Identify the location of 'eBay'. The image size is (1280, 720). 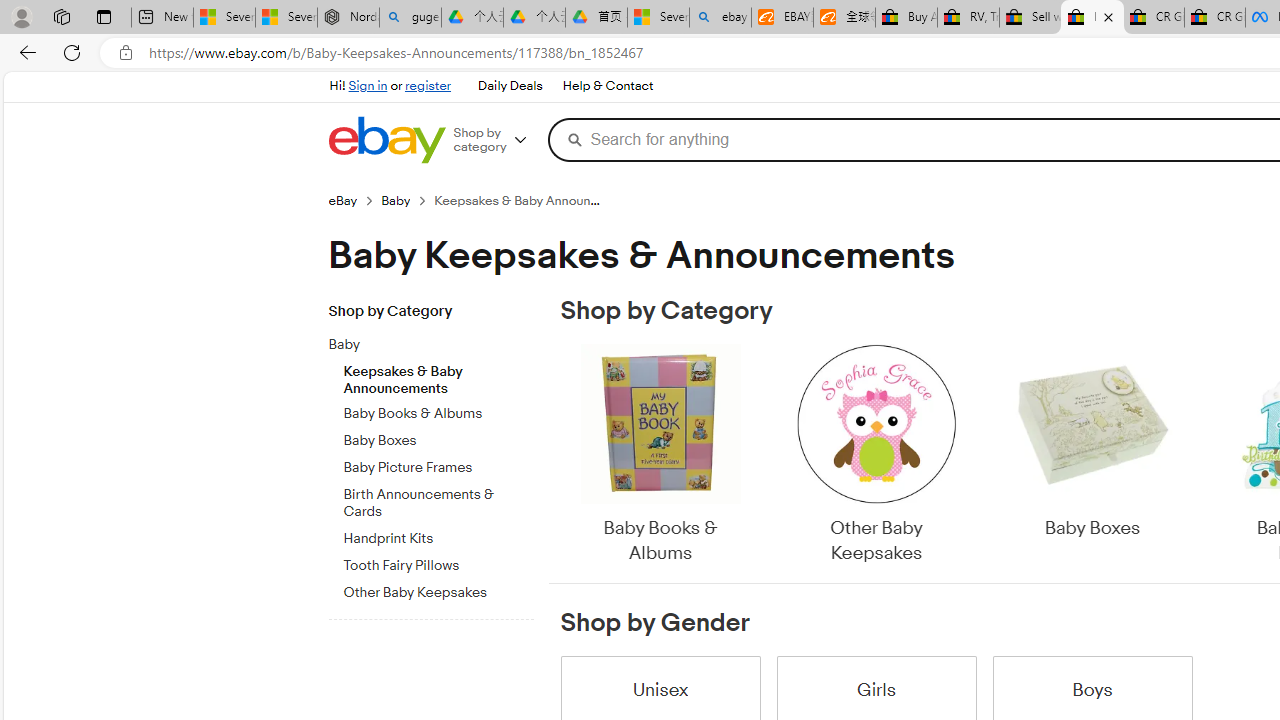
(343, 200).